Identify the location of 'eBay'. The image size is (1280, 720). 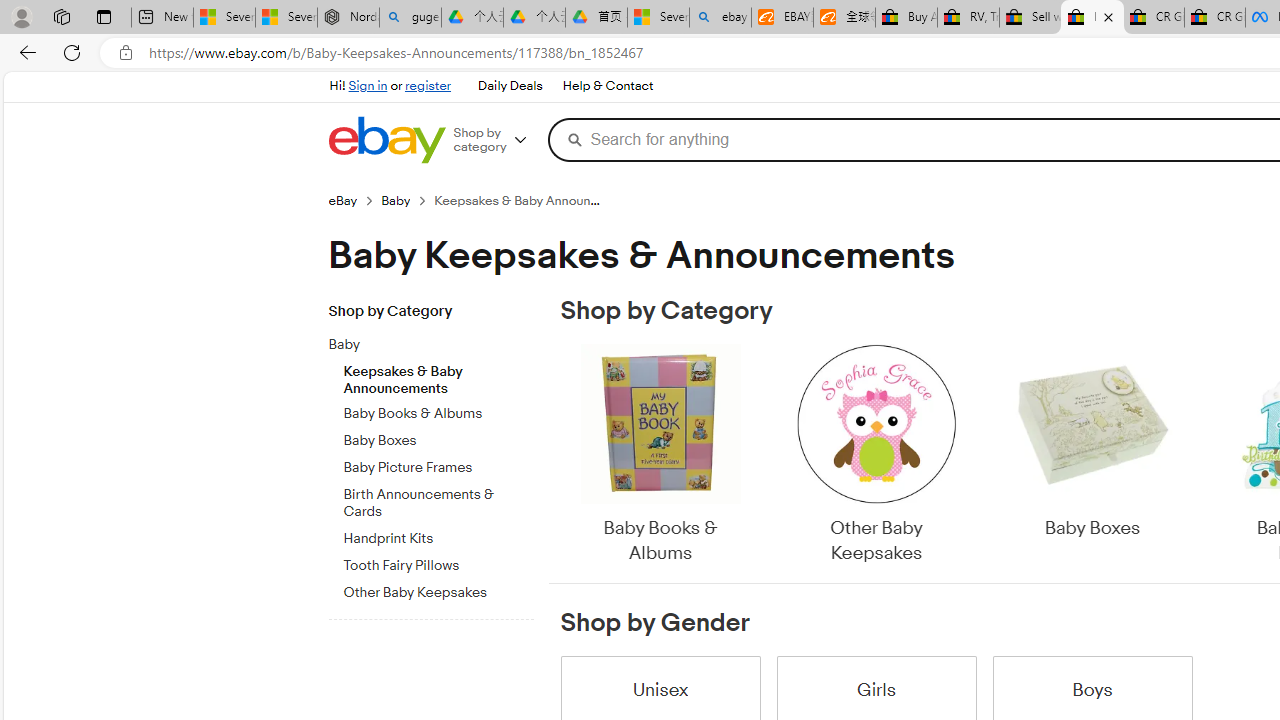
(343, 200).